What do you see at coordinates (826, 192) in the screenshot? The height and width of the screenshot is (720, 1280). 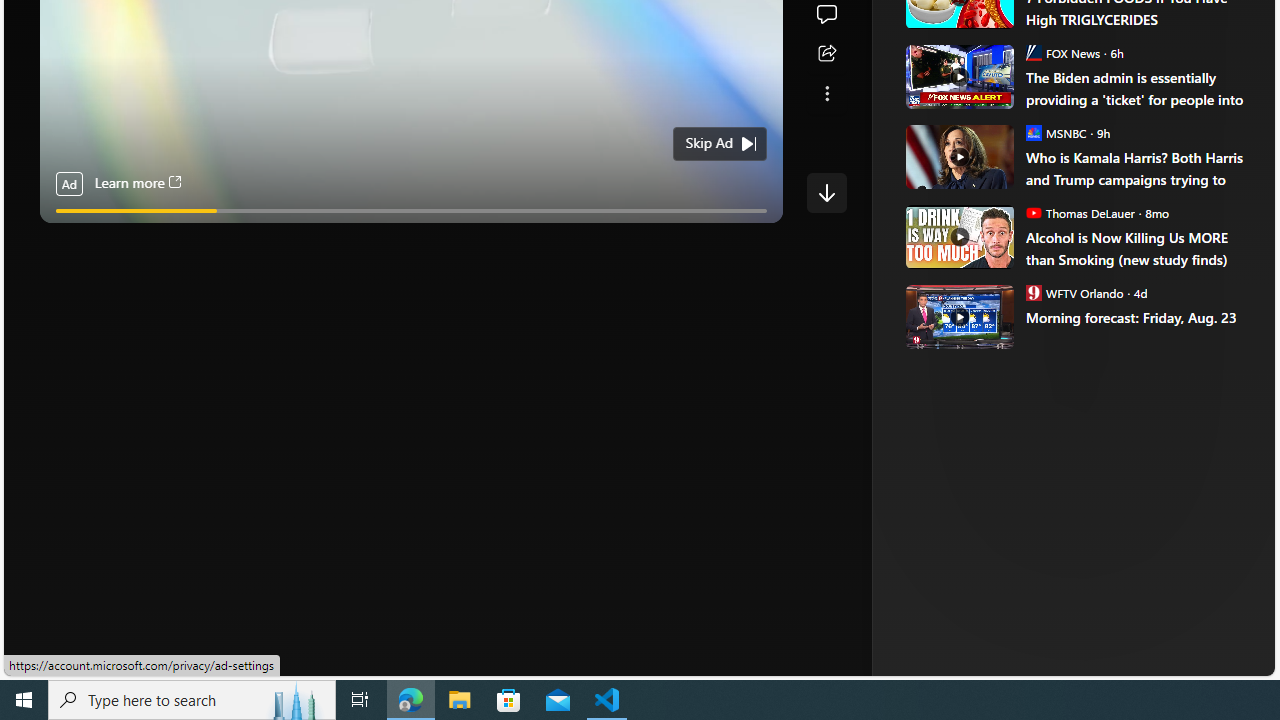 I see `'Class: control'` at bounding box center [826, 192].